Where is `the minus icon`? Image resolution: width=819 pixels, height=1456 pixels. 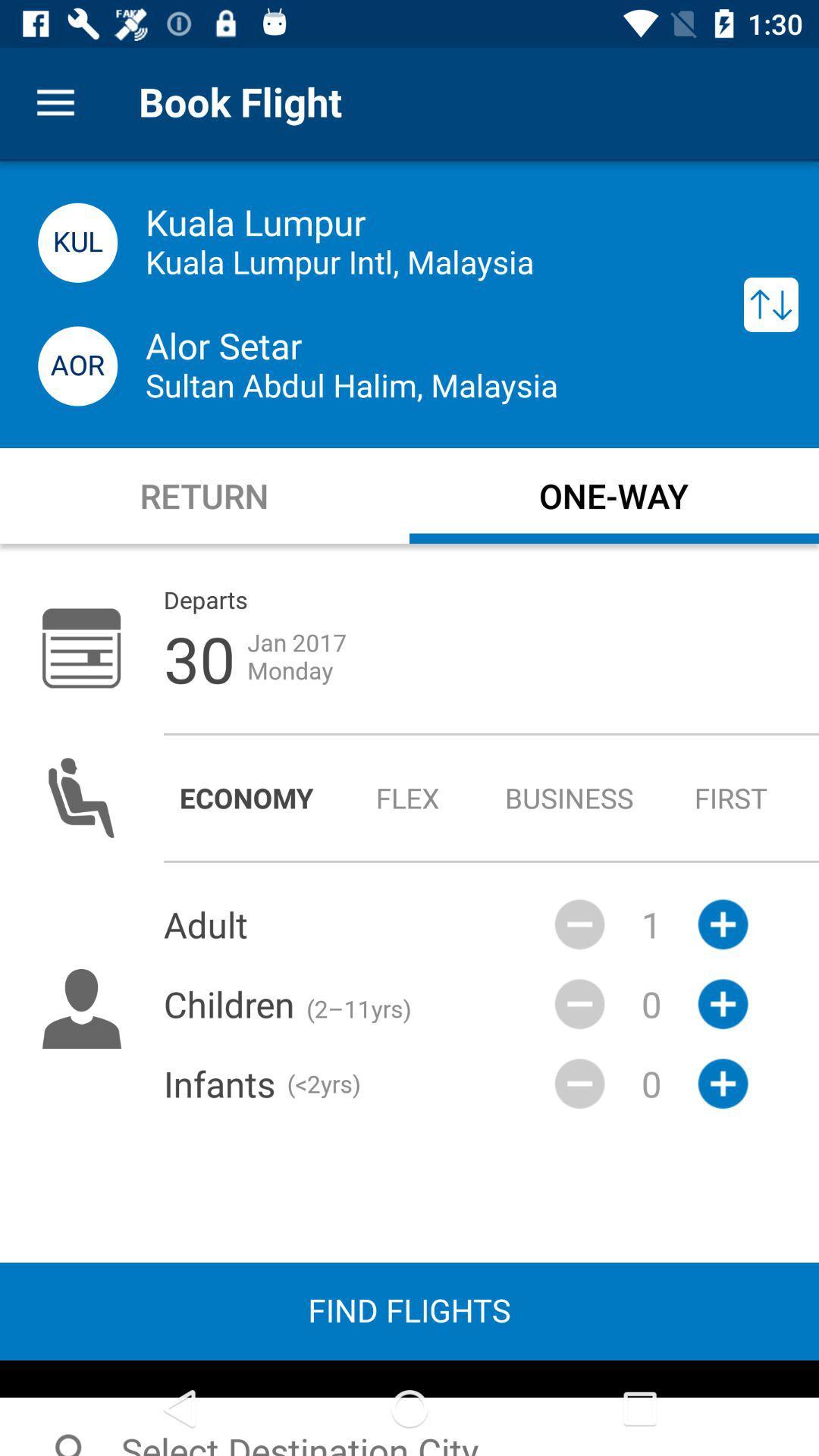 the minus icon is located at coordinates (579, 1083).